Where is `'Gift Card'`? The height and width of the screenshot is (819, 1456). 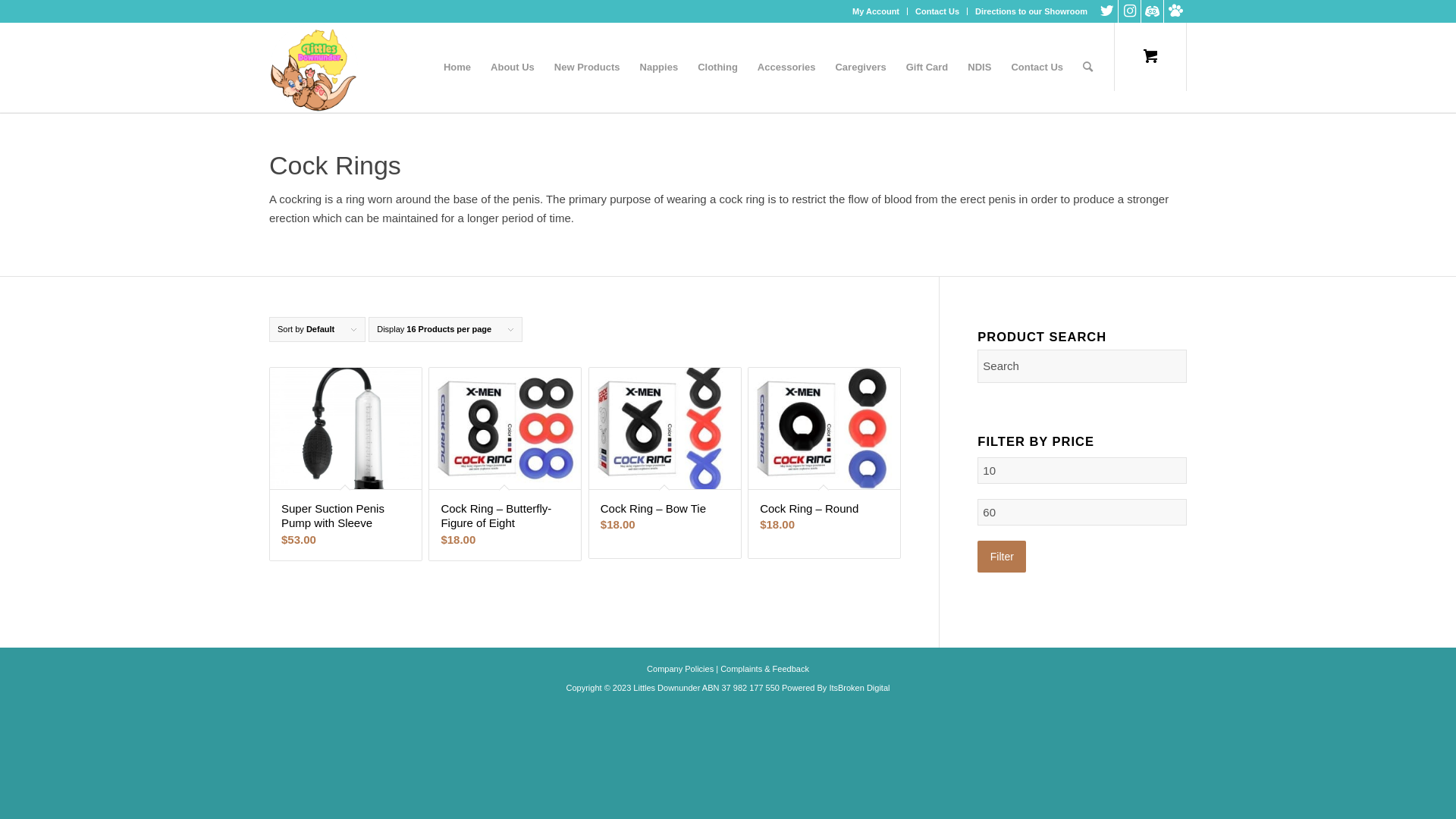 'Gift Card' is located at coordinates (927, 66).